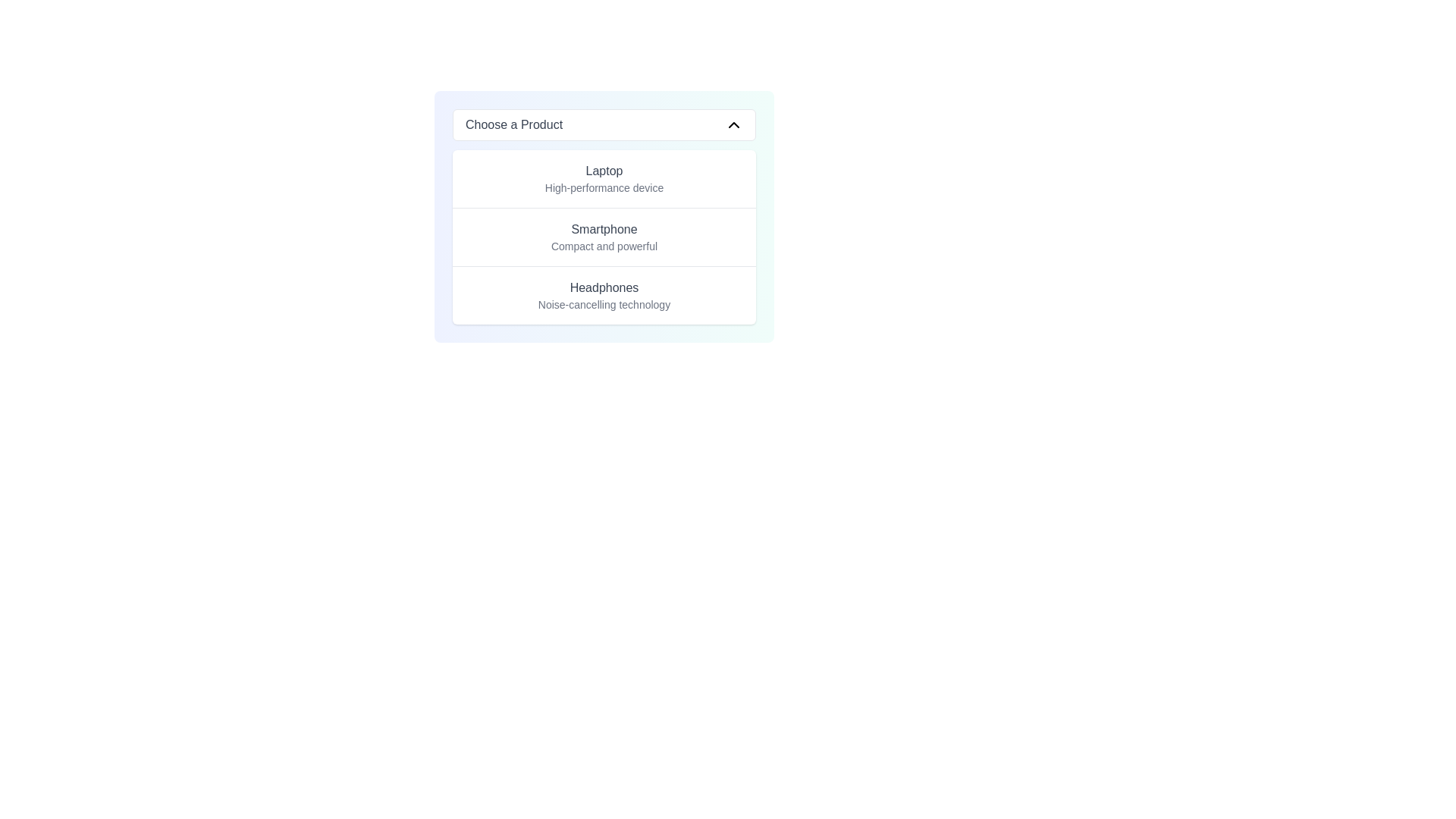 This screenshot has width=1456, height=819. Describe the element at coordinates (603, 216) in the screenshot. I see `the list item displaying 'Smartphone' with the description 'Compact and powerful'` at that location.